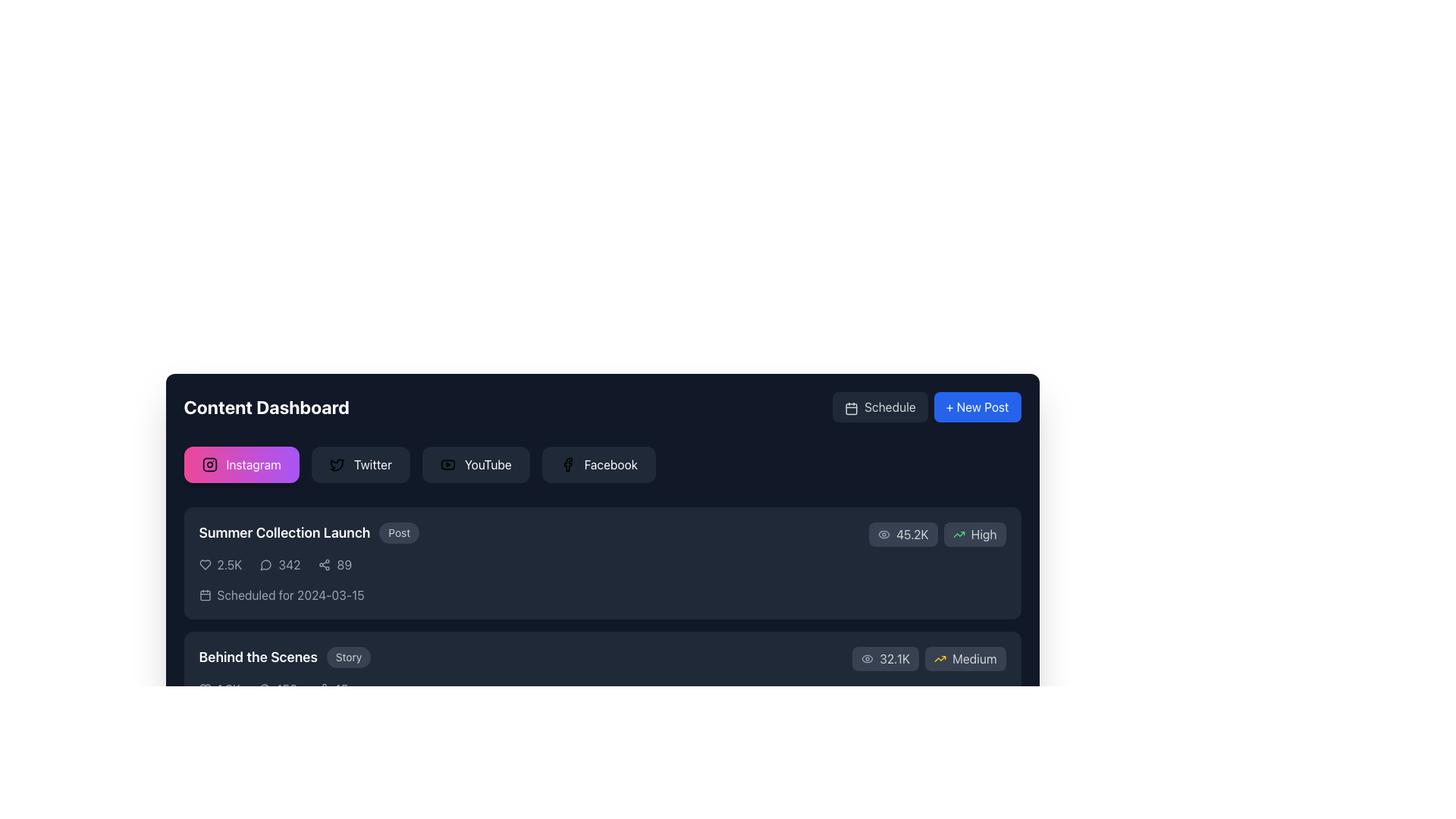  What do you see at coordinates (447, 464) in the screenshot?
I see `the button surrounding the YouTube icon, which is located to the left of the text 'YouTube' in the navigation bar` at bounding box center [447, 464].